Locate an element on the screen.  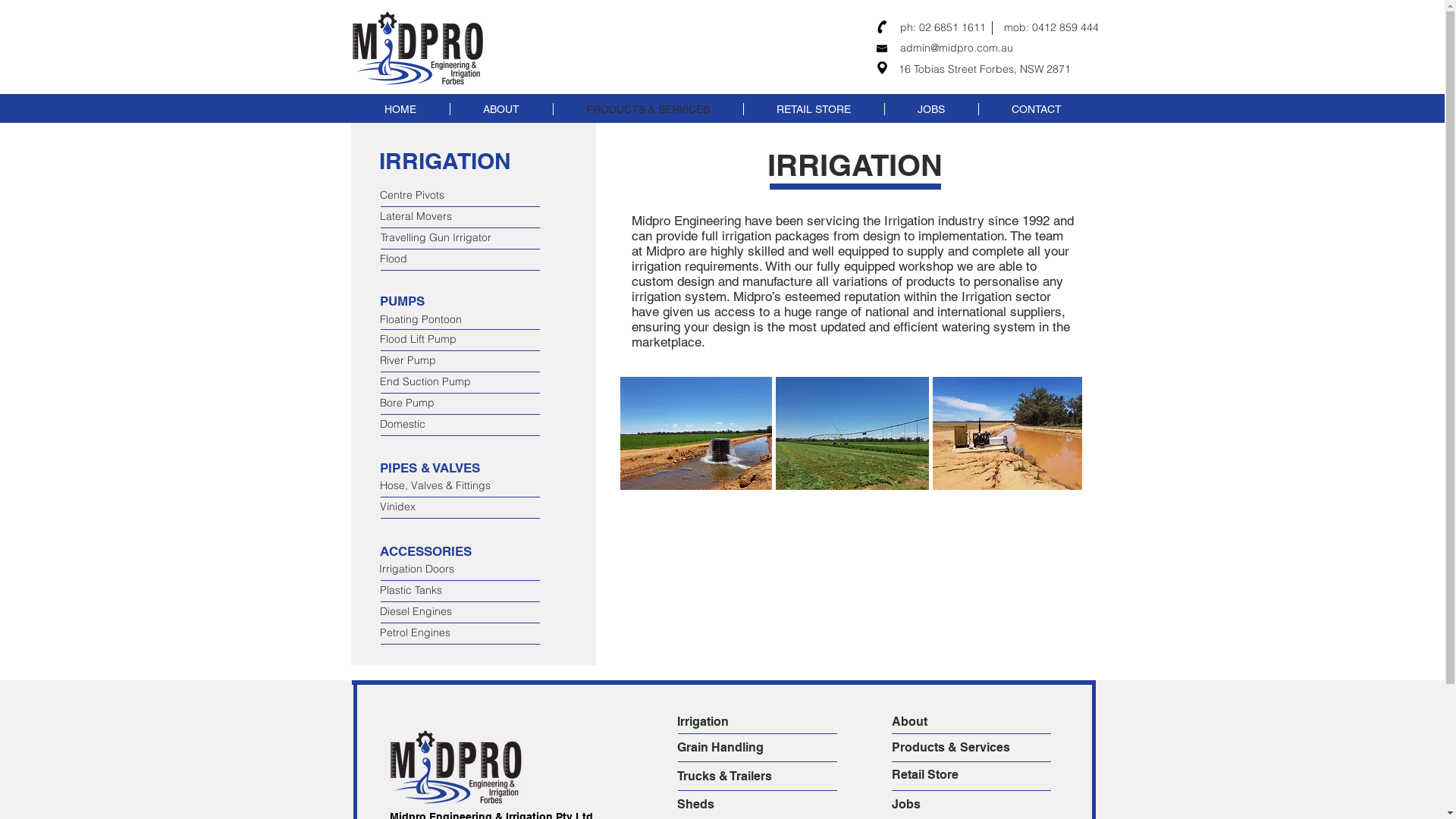
'PRODUCTS & SERVICES' is located at coordinates (551, 108).